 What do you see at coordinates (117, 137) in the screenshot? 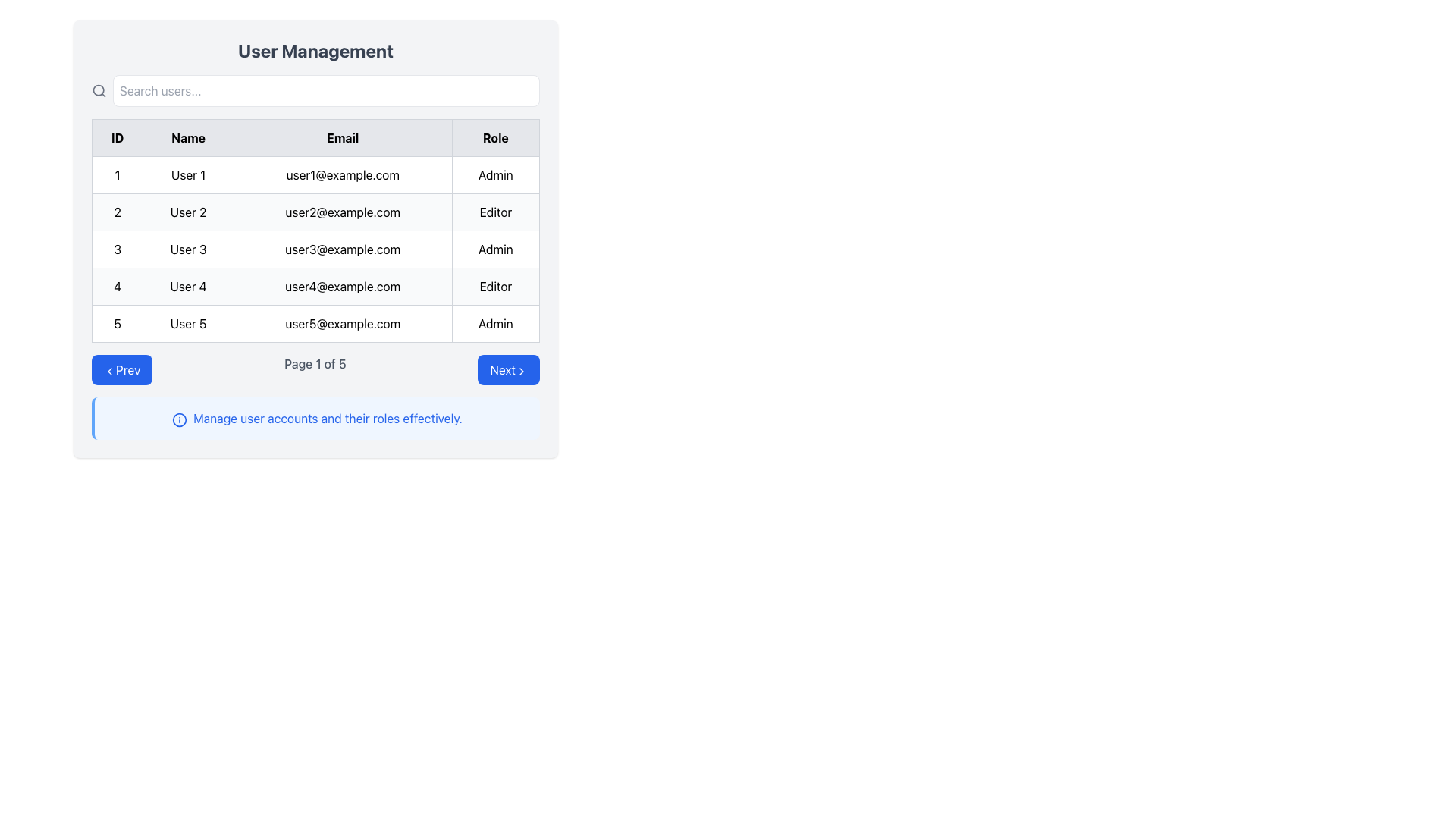
I see `the Table Header Cell labeled 'ID'` at bounding box center [117, 137].